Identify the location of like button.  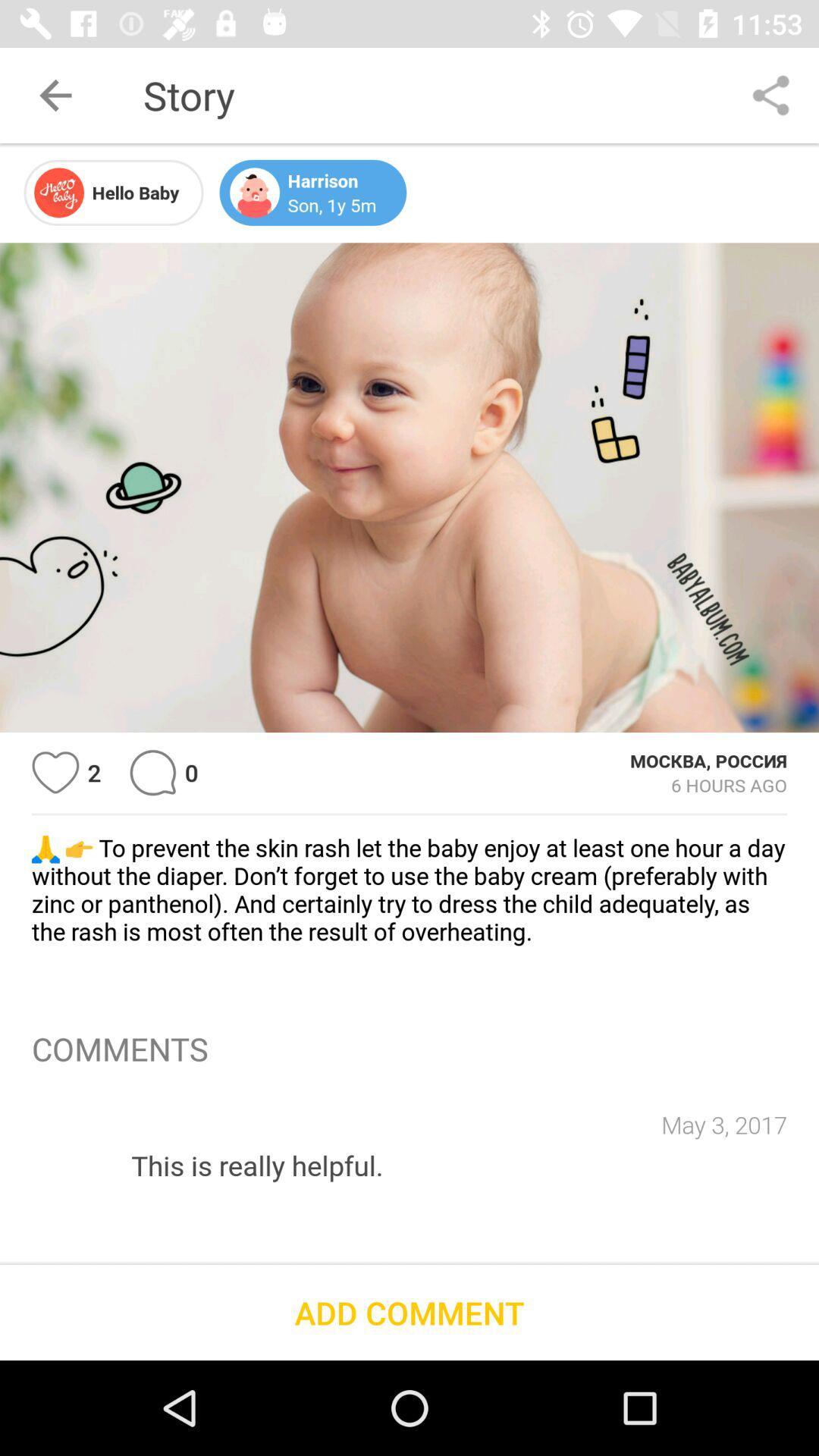
(55, 773).